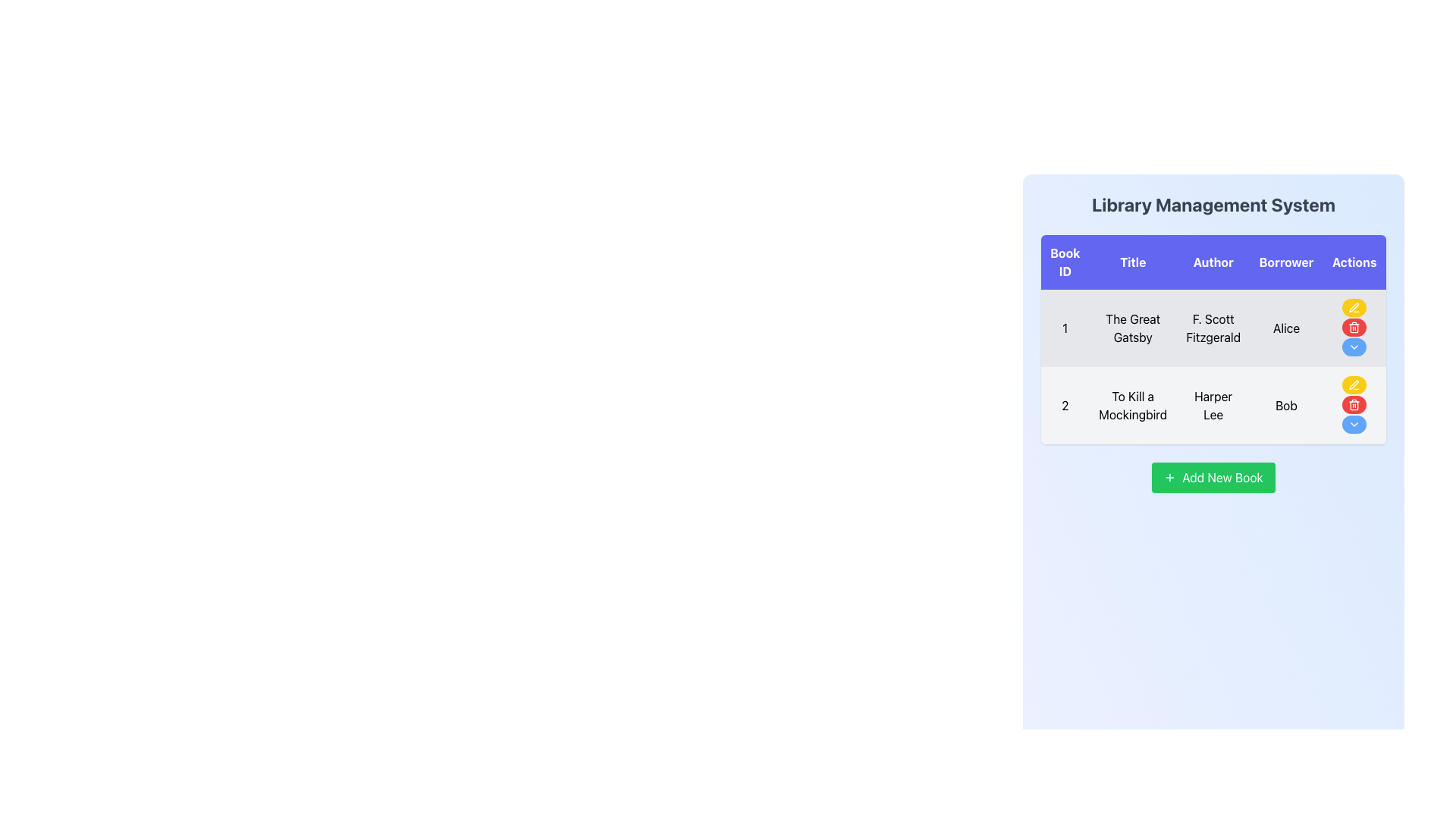 This screenshot has width=1456, height=819. I want to click on the edit icon button in the 'Actions' column of the first row for 'The Great Gatsby', so click(1354, 307).